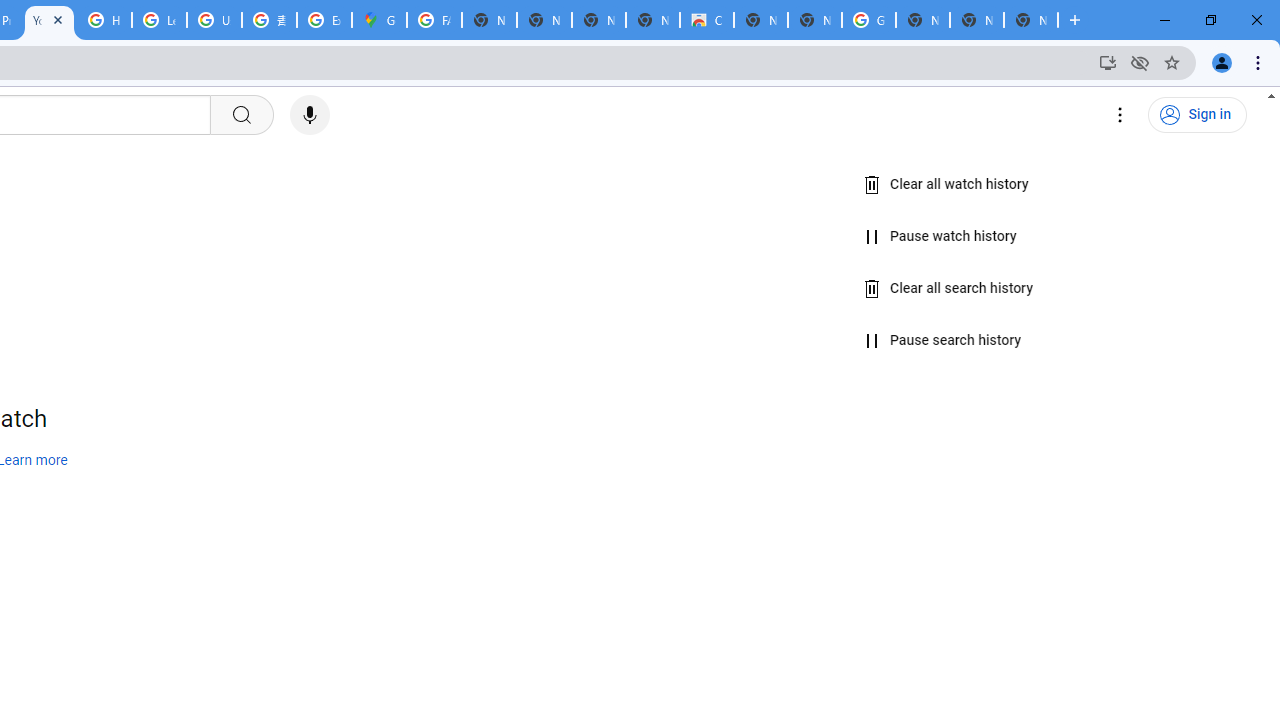 The height and width of the screenshot is (720, 1280). What do you see at coordinates (940, 235) in the screenshot?
I see `'Pause watch history'` at bounding box center [940, 235].